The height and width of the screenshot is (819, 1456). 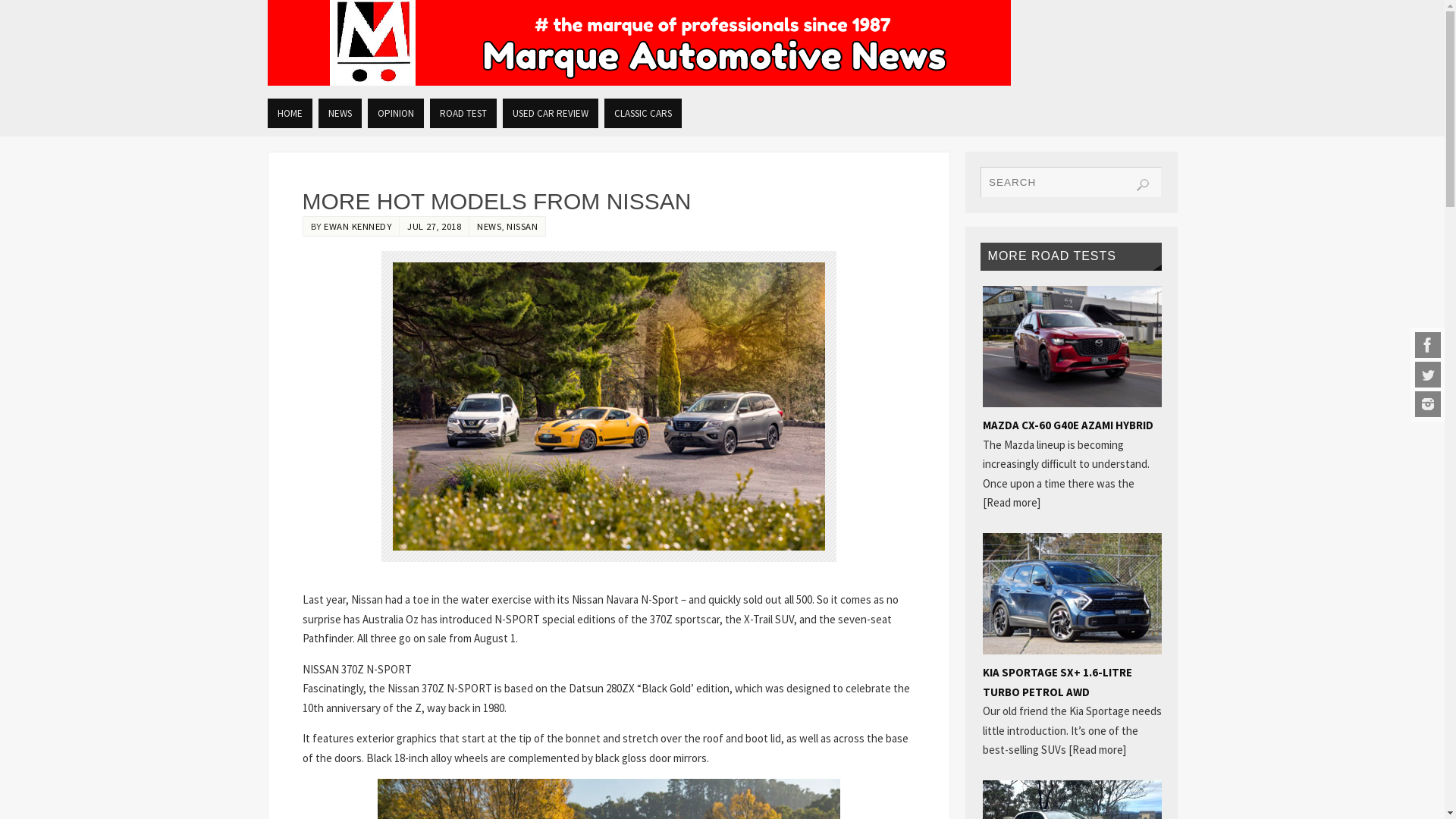 I want to click on 'Instagram', so click(x=1426, y=403).